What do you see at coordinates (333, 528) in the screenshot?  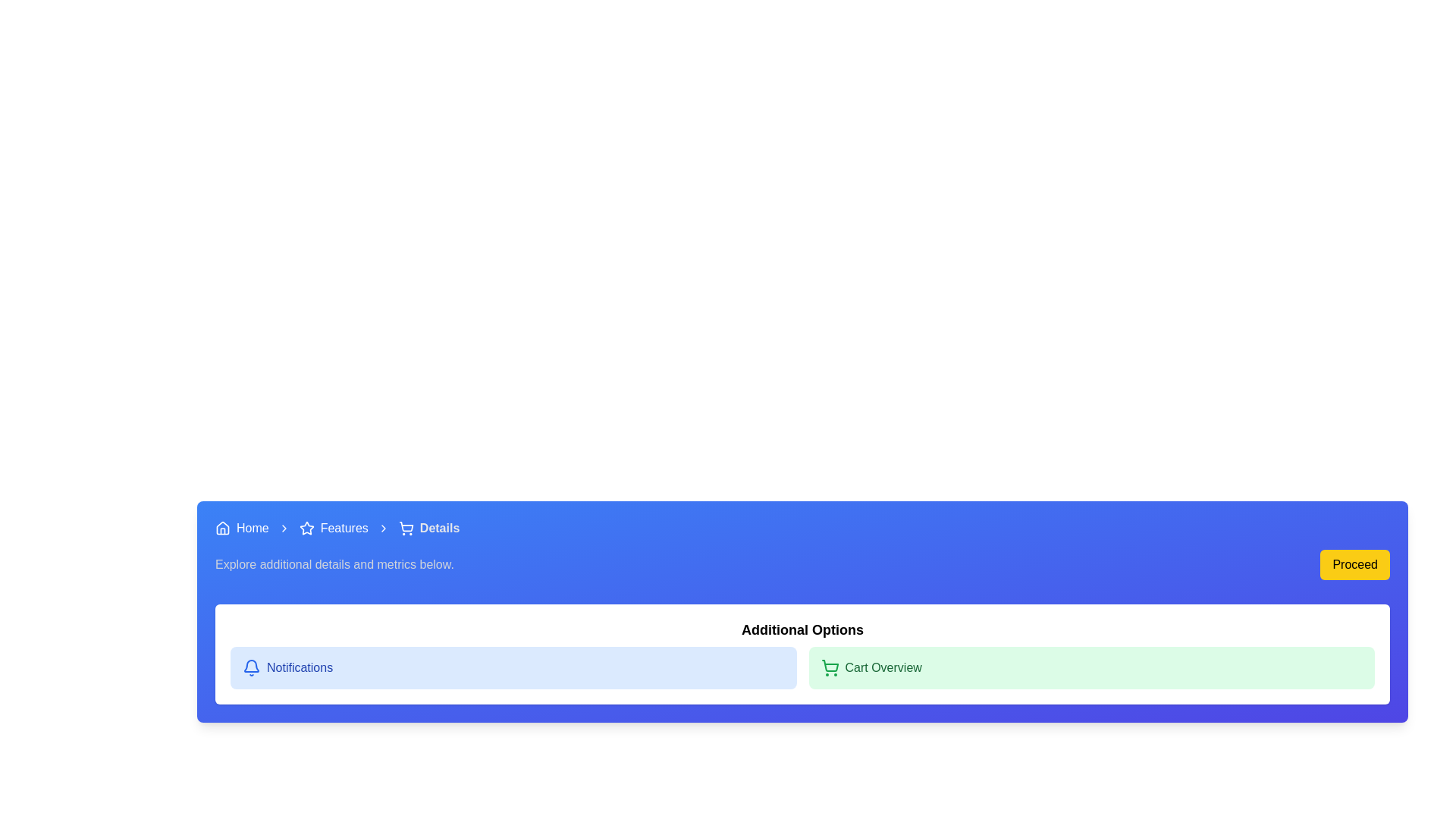 I see `the Breadcrumb navigation item labeled 'Features'` at bounding box center [333, 528].